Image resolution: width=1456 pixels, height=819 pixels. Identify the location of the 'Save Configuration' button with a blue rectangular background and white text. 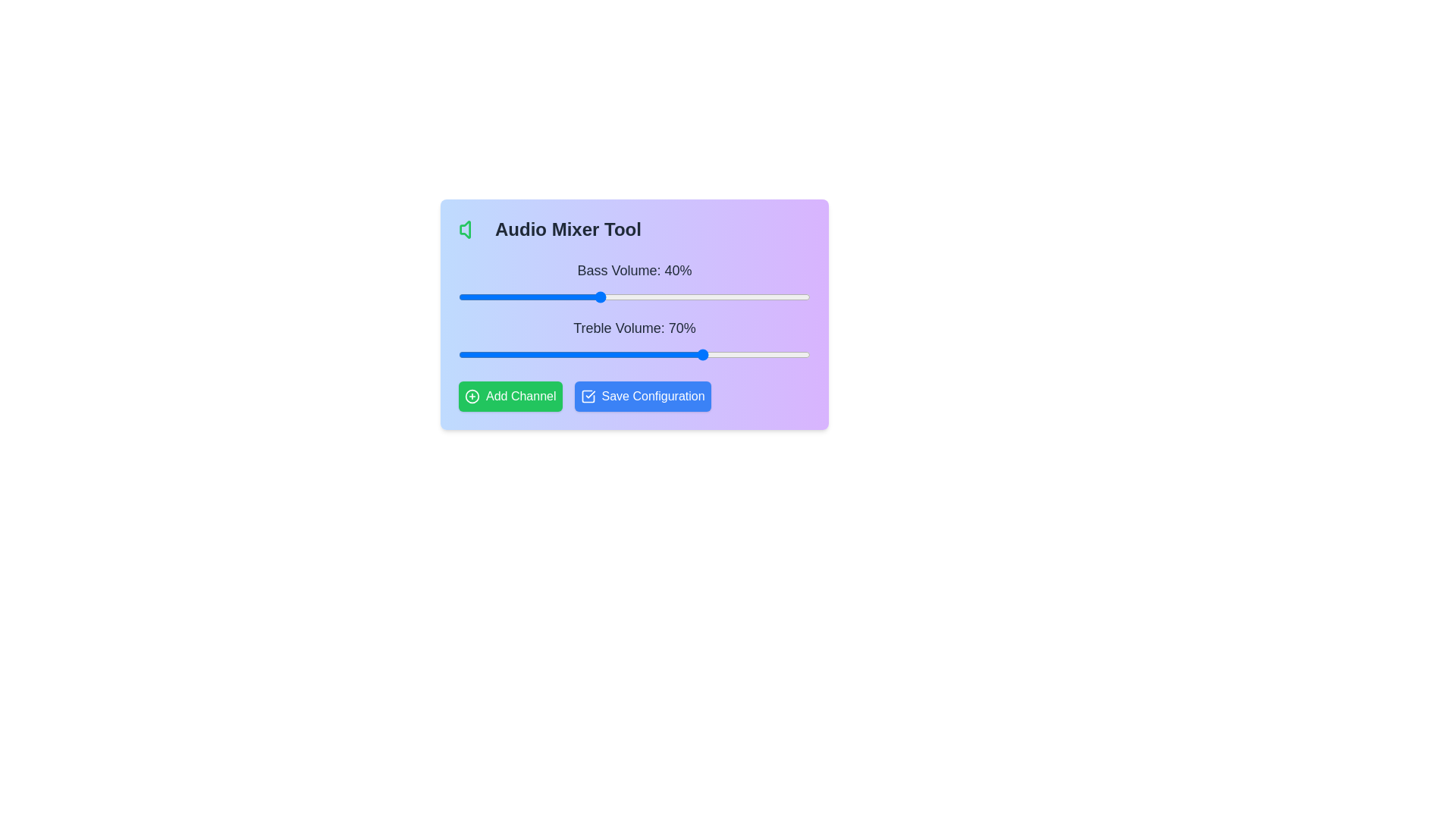
(634, 396).